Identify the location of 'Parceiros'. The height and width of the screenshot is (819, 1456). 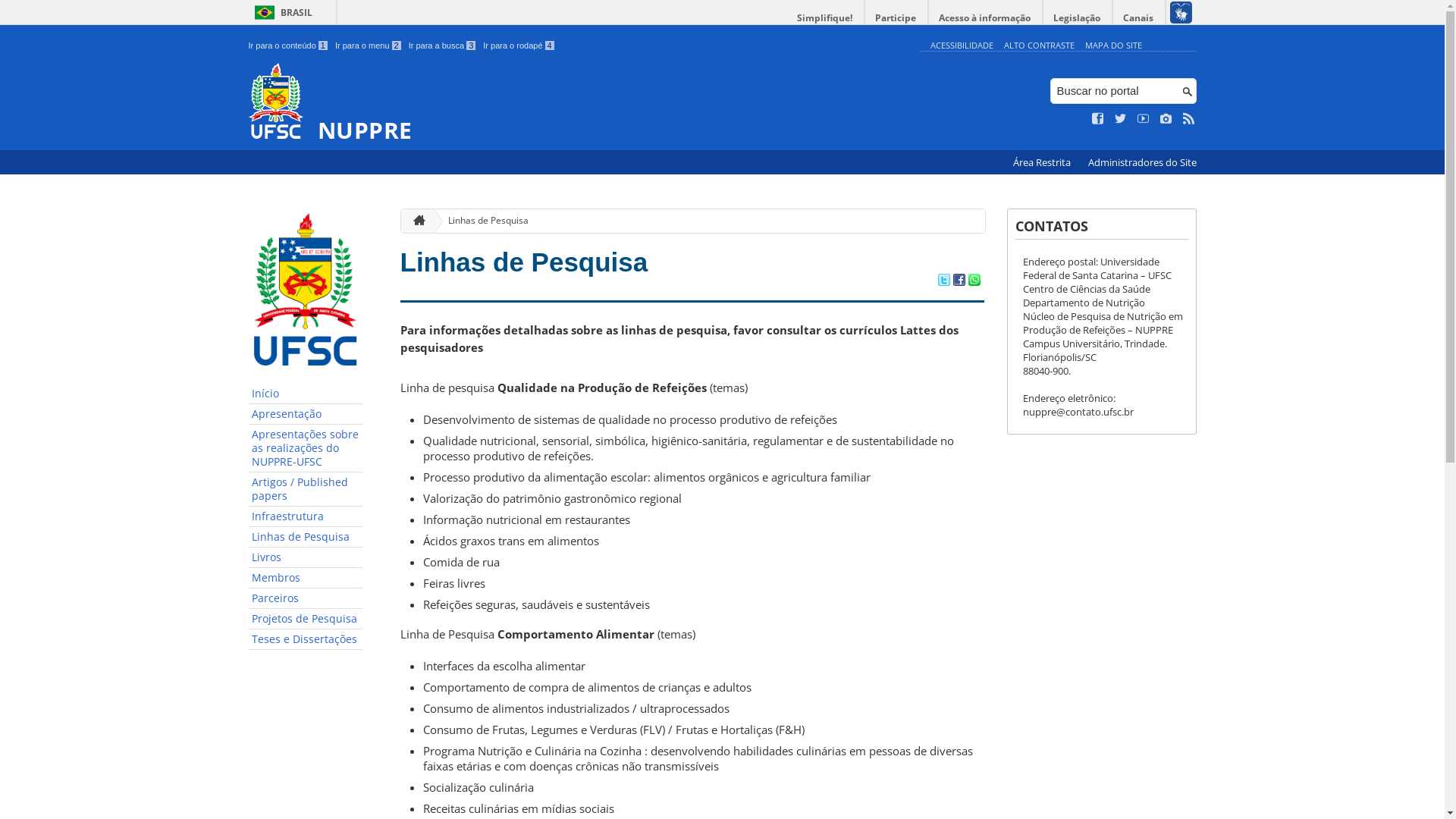
(305, 598).